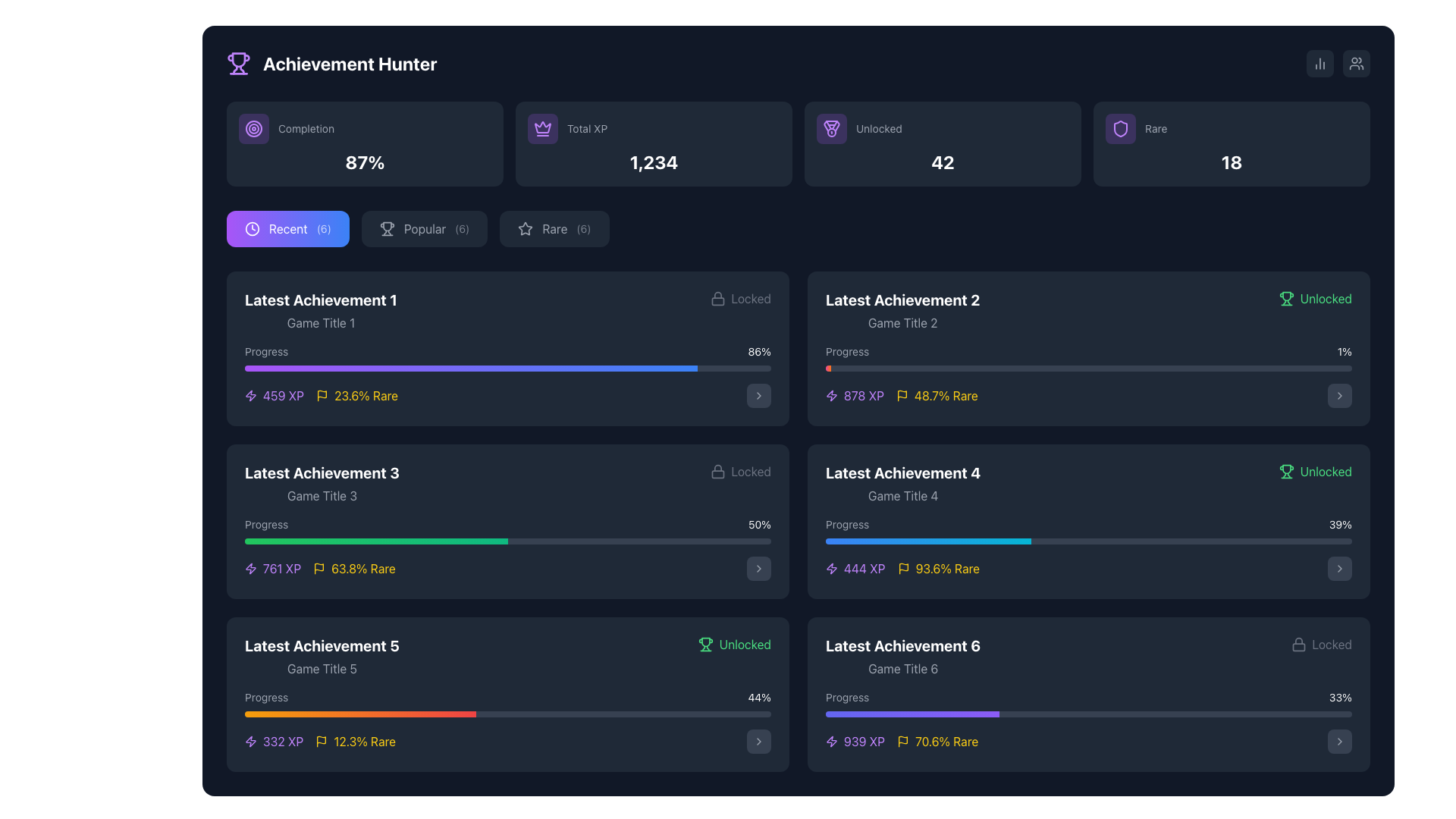 This screenshot has height=819, width=1456. I want to click on the third button in the horizontal group of filter buttons, so click(554, 228).